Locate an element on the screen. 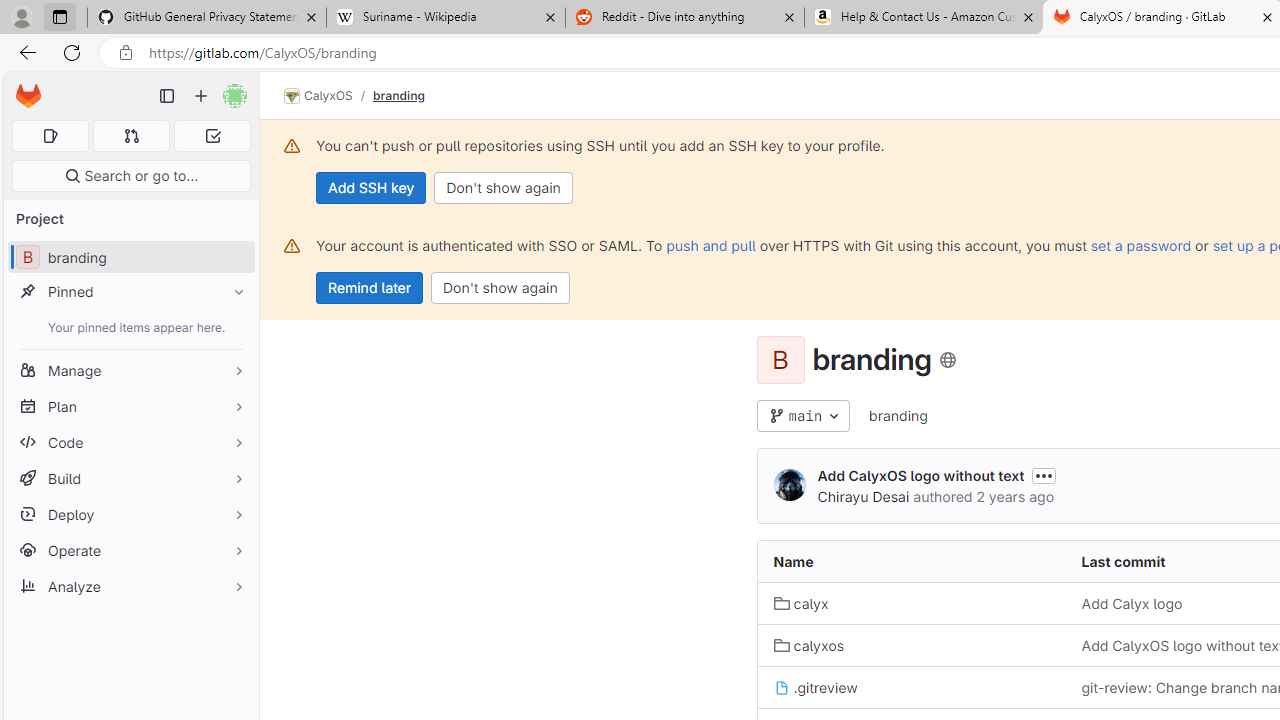 Image resolution: width=1280 pixels, height=720 pixels. 'Merge requests 0' is located at coordinates (130, 135).